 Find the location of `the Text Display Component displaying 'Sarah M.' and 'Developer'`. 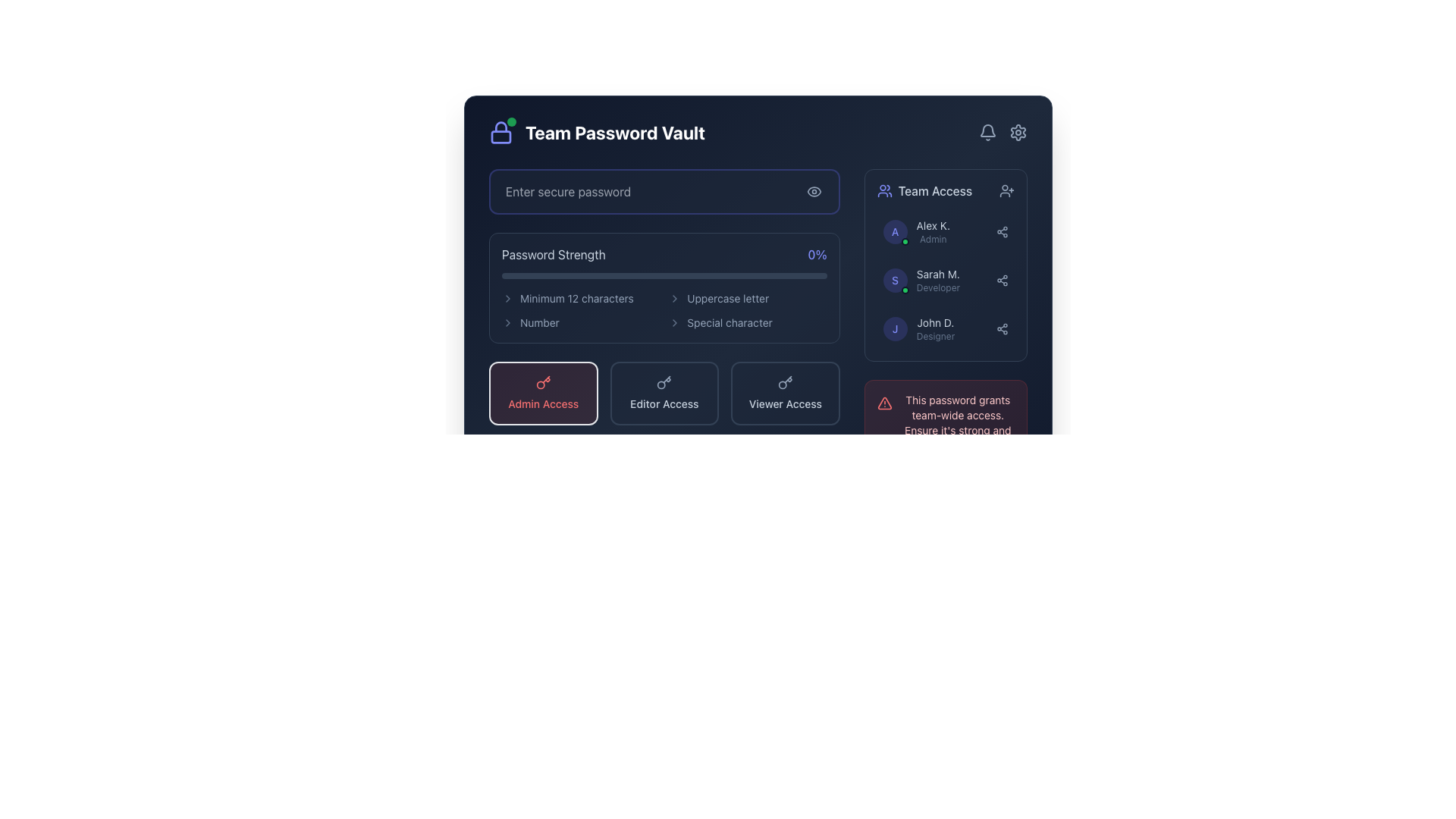

the Text Display Component displaying 'Sarah M.' and 'Developer' is located at coordinates (937, 281).